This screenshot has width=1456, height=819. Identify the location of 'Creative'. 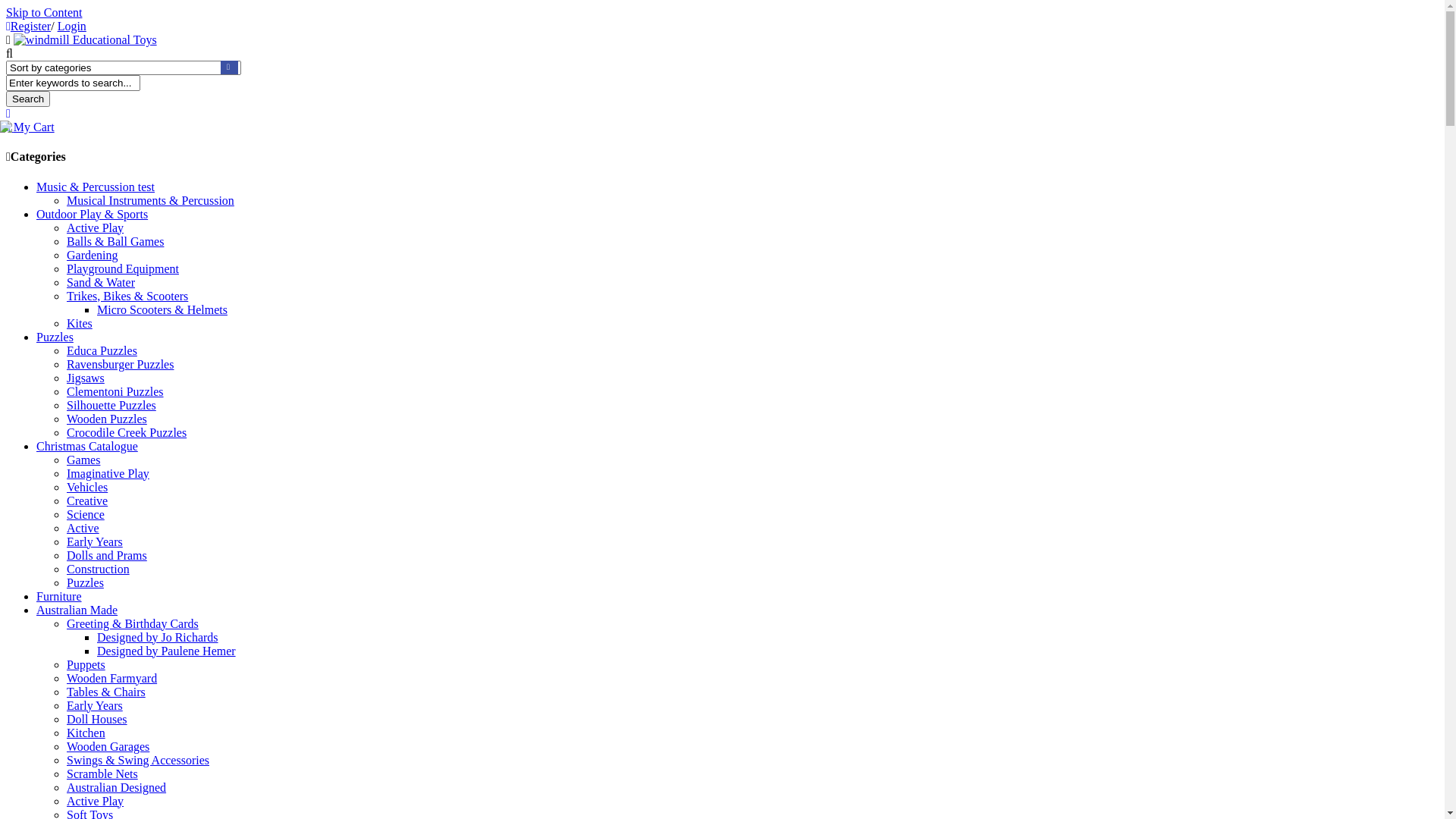
(86, 500).